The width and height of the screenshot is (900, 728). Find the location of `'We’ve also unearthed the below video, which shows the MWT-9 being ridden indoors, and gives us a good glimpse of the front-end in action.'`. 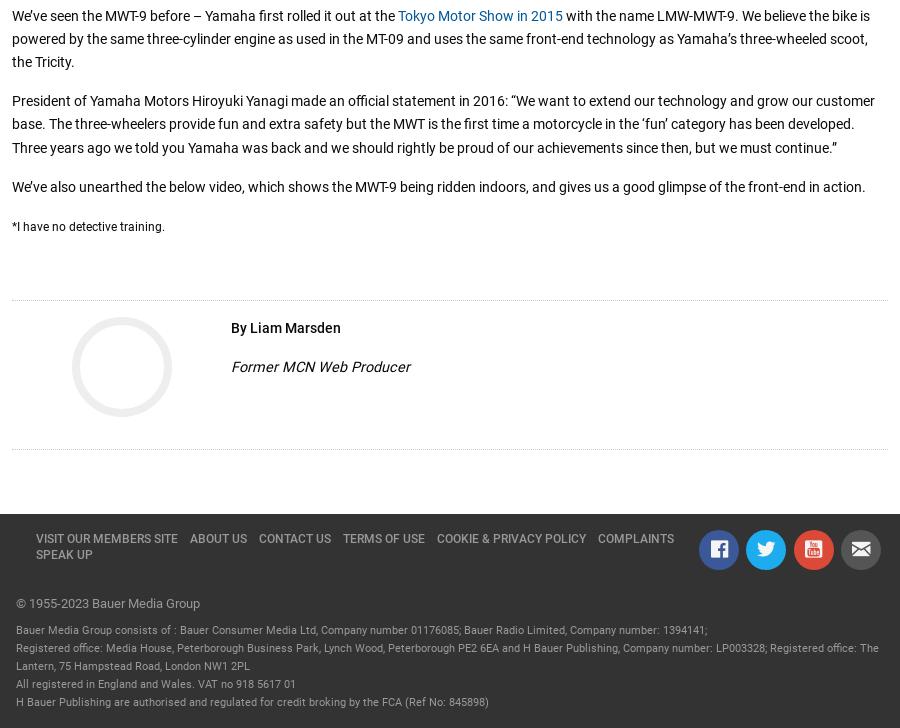

'We’ve also unearthed the below video, which shows the MWT-9 being ridden indoors, and gives us a good glimpse of the front-end in action.' is located at coordinates (10, 186).